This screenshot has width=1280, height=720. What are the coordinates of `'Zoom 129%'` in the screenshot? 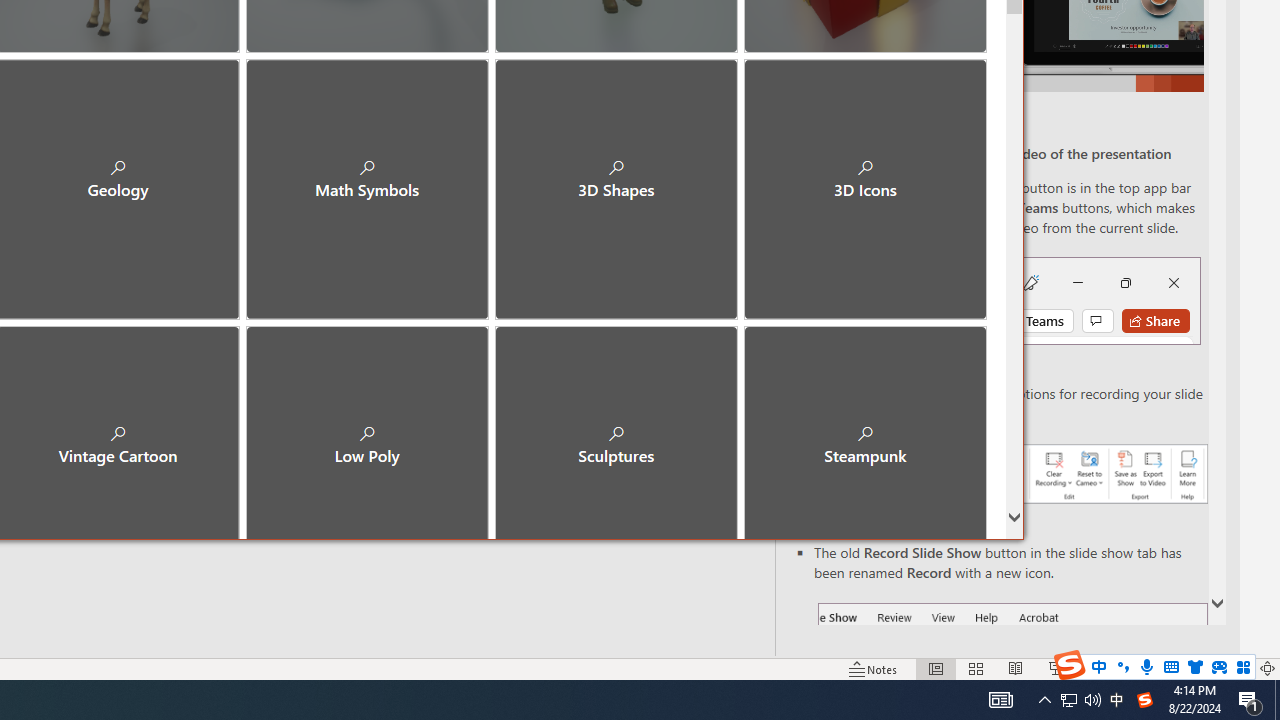 It's located at (1233, 669).